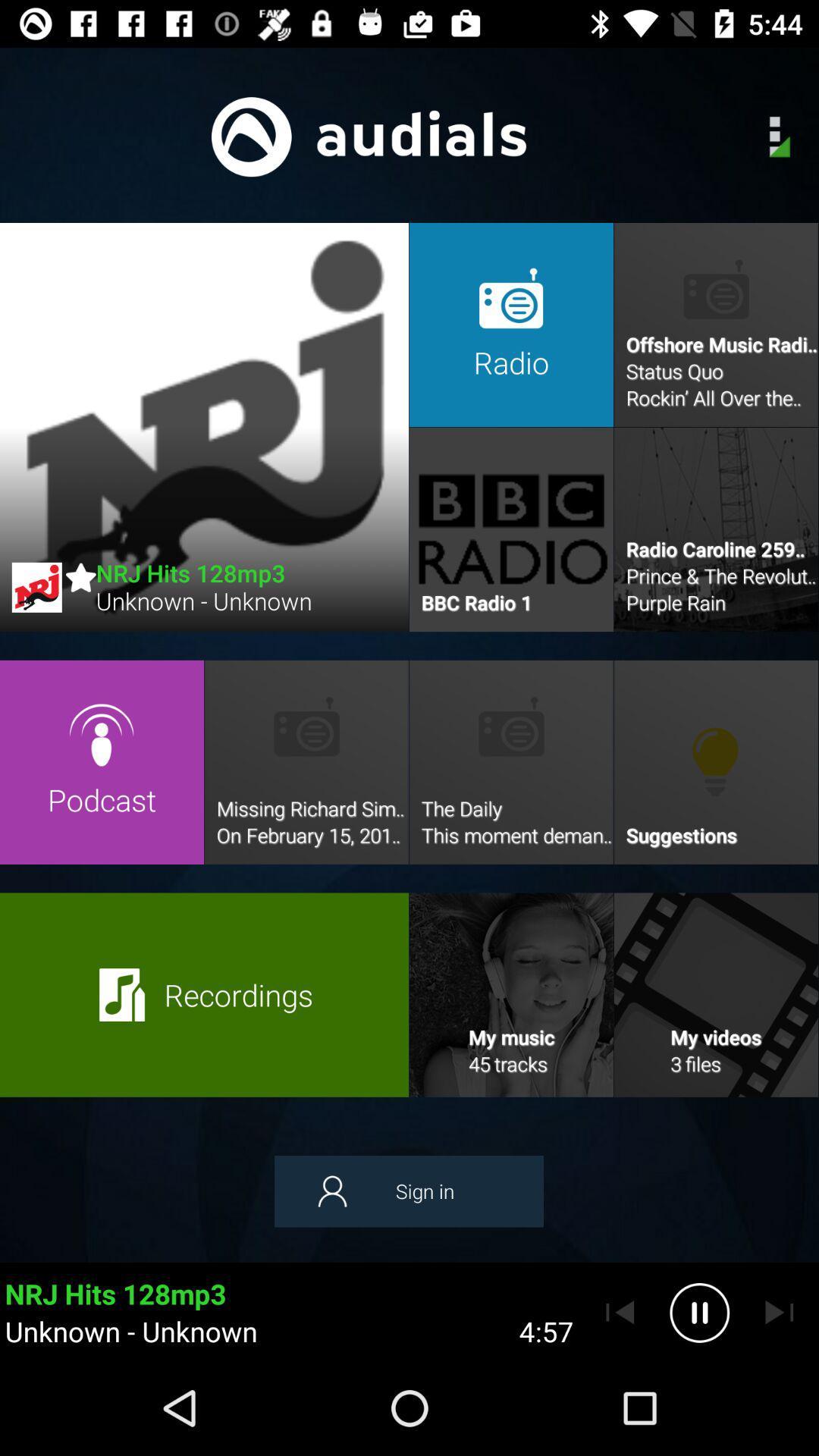 The width and height of the screenshot is (819, 1456). What do you see at coordinates (699, 1312) in the screenshot?
I see `the pause icon` at bounding box center [699, 1312].